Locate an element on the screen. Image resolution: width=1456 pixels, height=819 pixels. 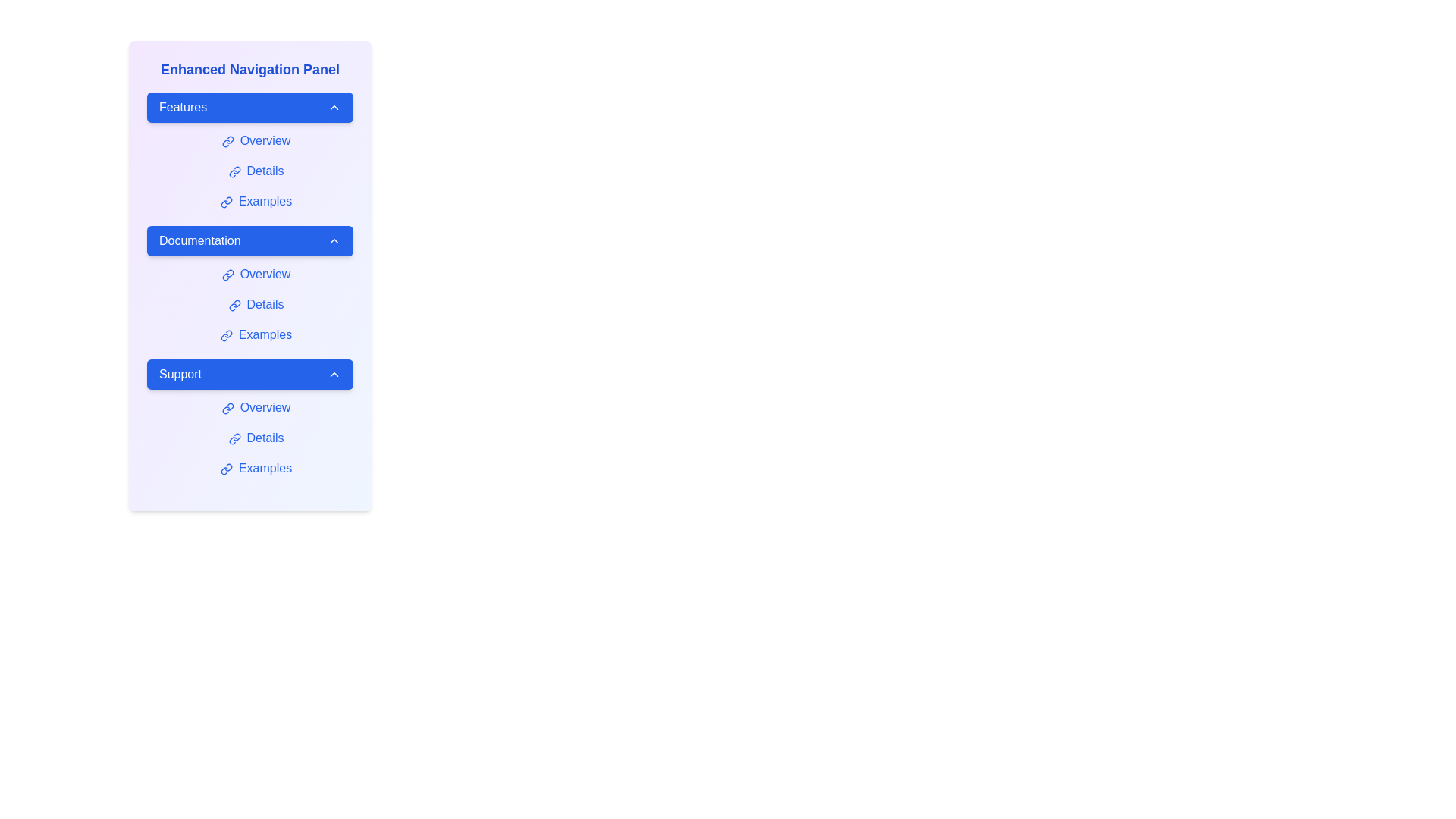
the upper chain link icon in the 'Documentation' section of the 'Enhanced Navigation Panel' which is aligned to the left of the 'Overview' text is located at coordinates (229, 273).